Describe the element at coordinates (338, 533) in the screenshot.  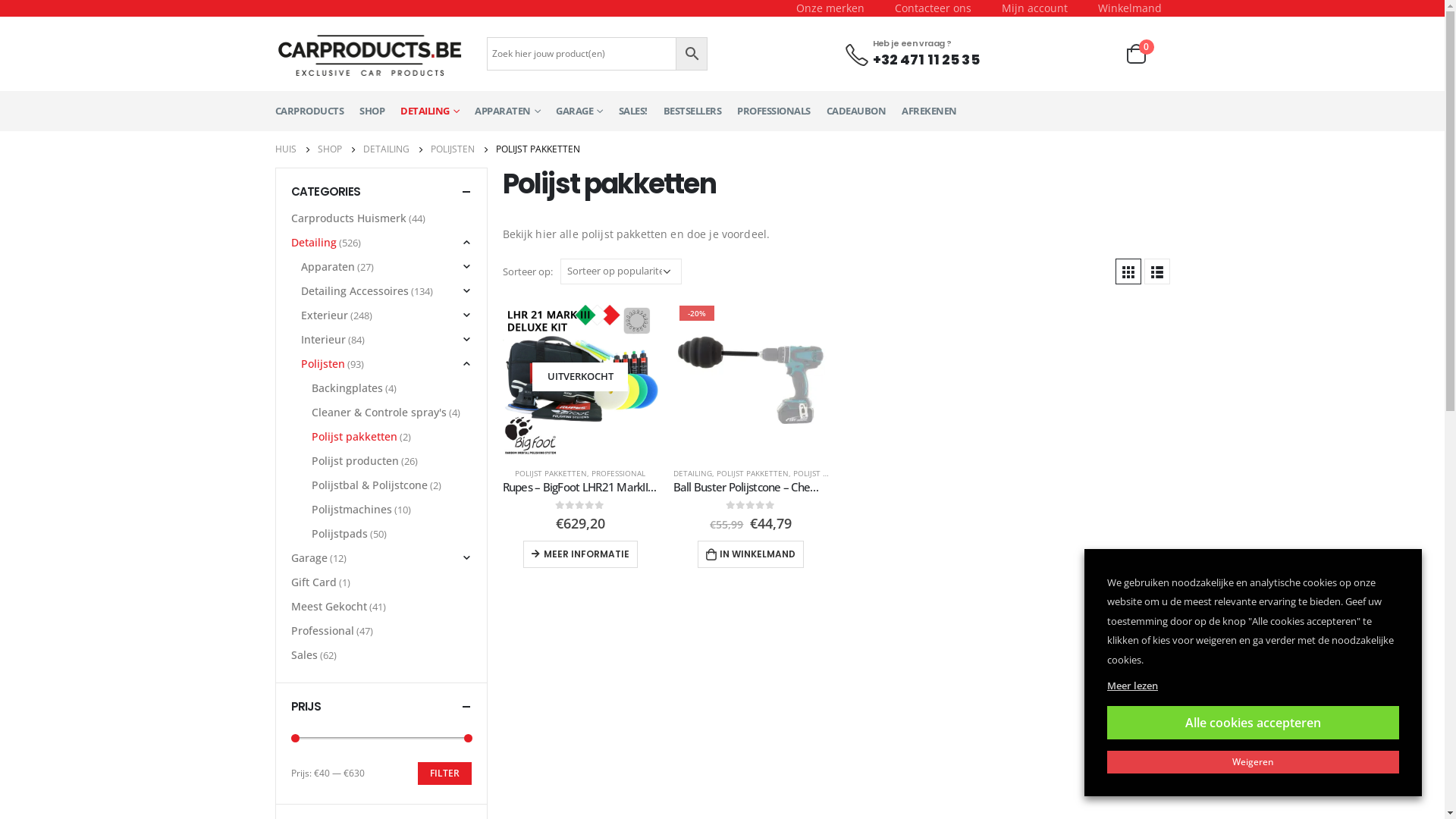
I see `'Polijstpads'` at that location.